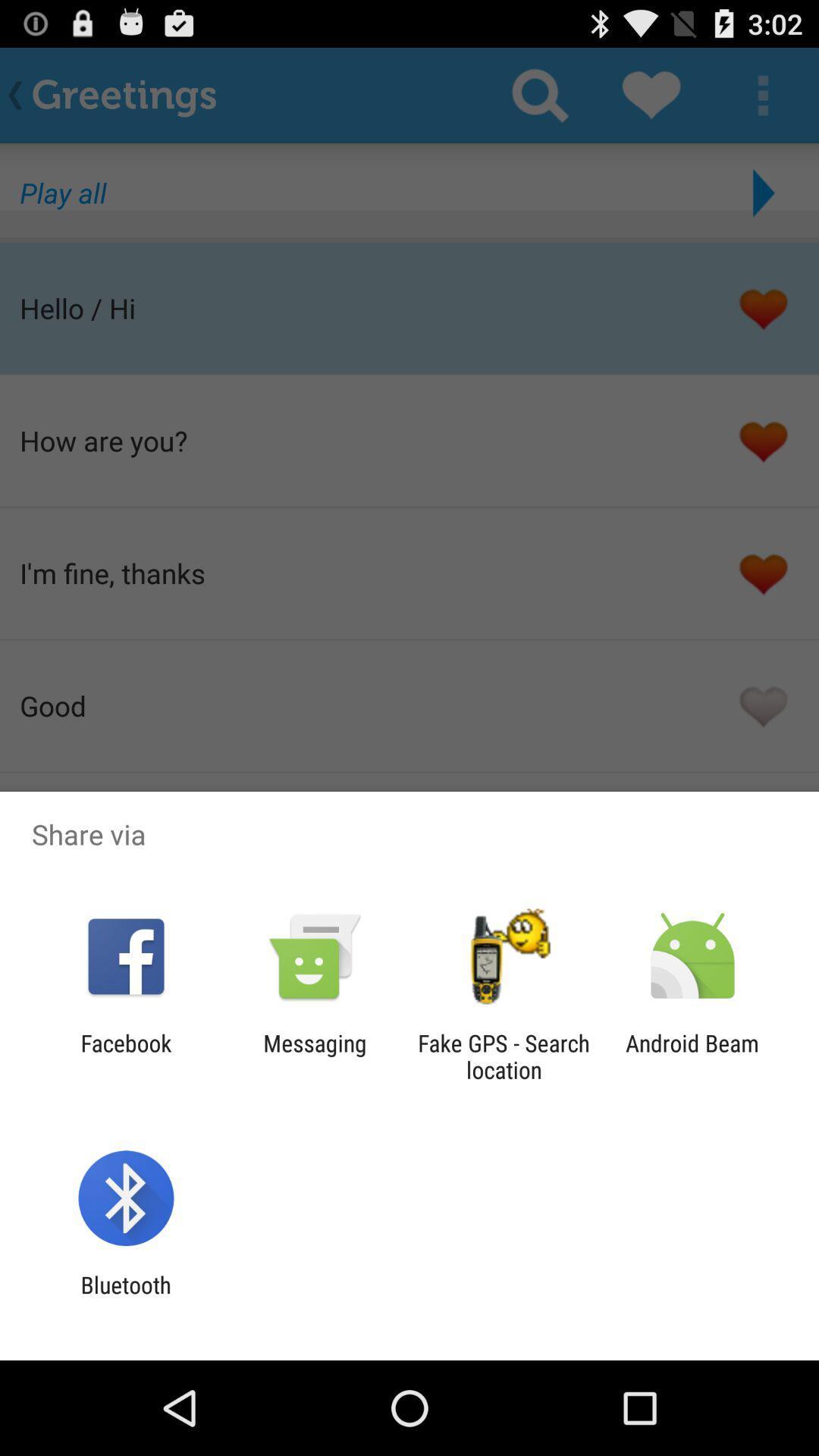  Describe the element at coordinates (125, 1298) in the screenshot. I see `bluetooth app` at that location.